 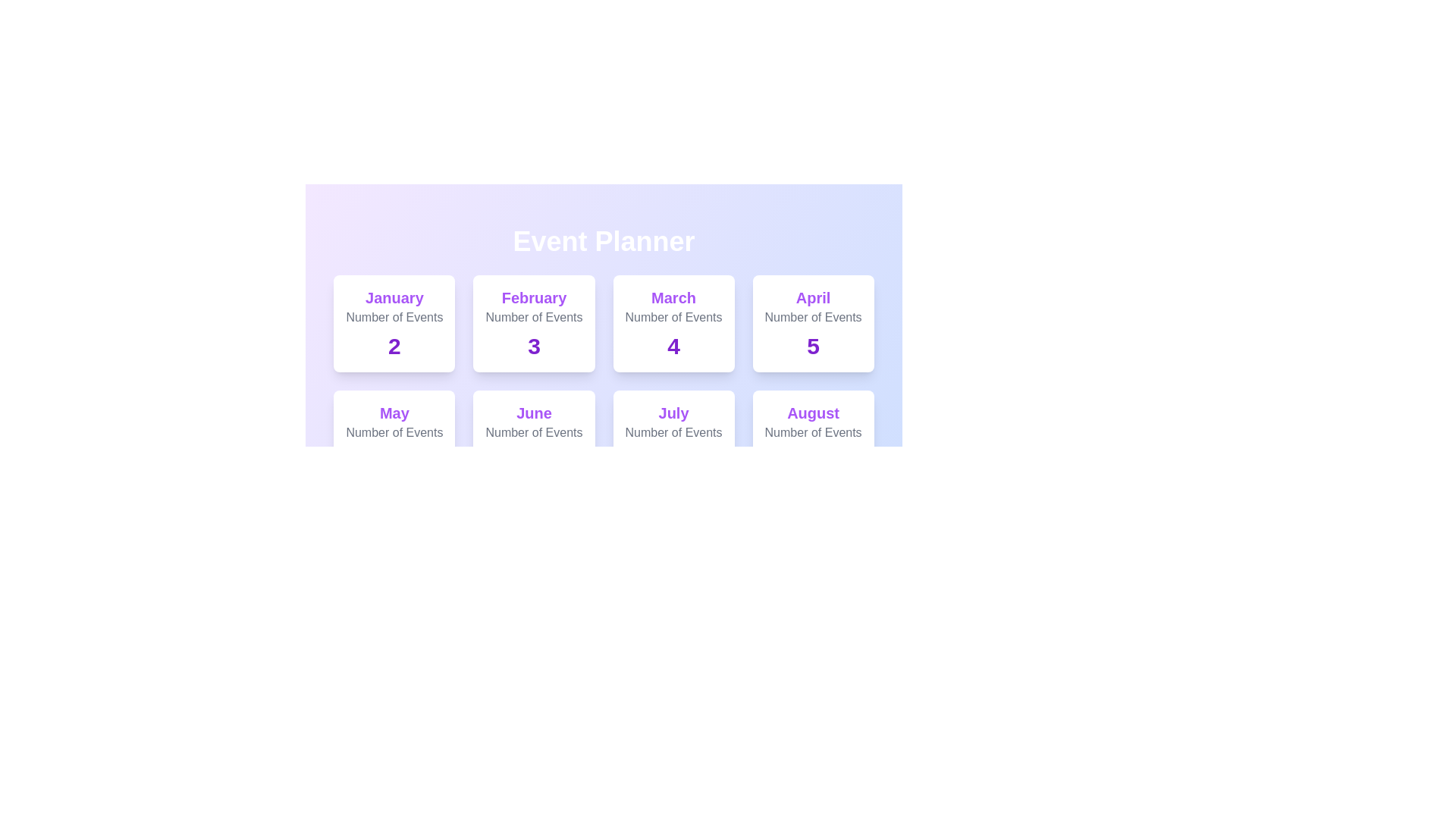 I want to click on the card representing July to view its details, so click(x=673, y=438).